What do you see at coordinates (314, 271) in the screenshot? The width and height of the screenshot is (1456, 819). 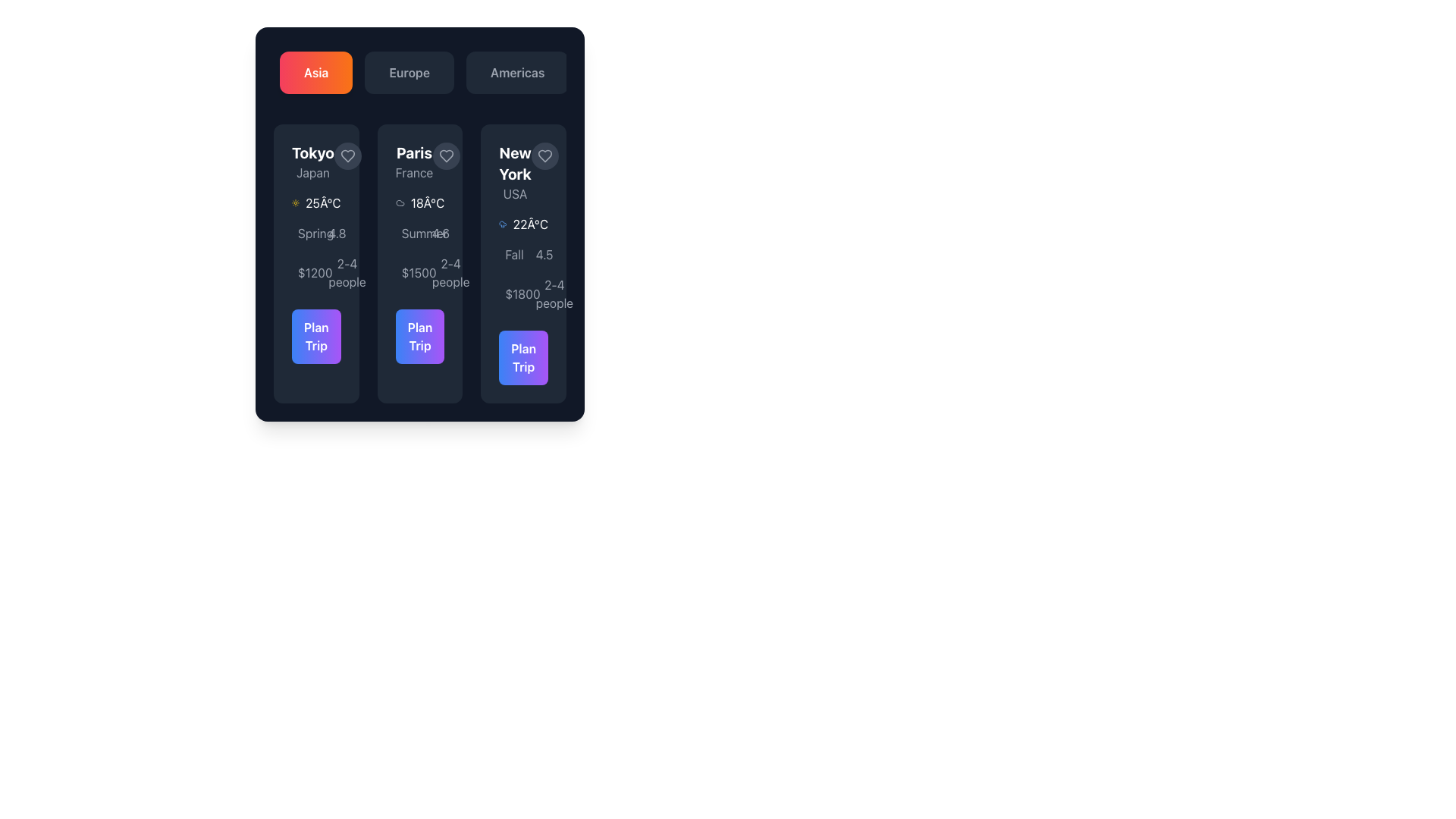 I see `the static text label displaying the monetary value '$1200' styled in light gray text against a dark background, located in the leftmost column of a trip card layout, below the weather information and above the 'Plan Trip' button` at bounding box center [314, 271].